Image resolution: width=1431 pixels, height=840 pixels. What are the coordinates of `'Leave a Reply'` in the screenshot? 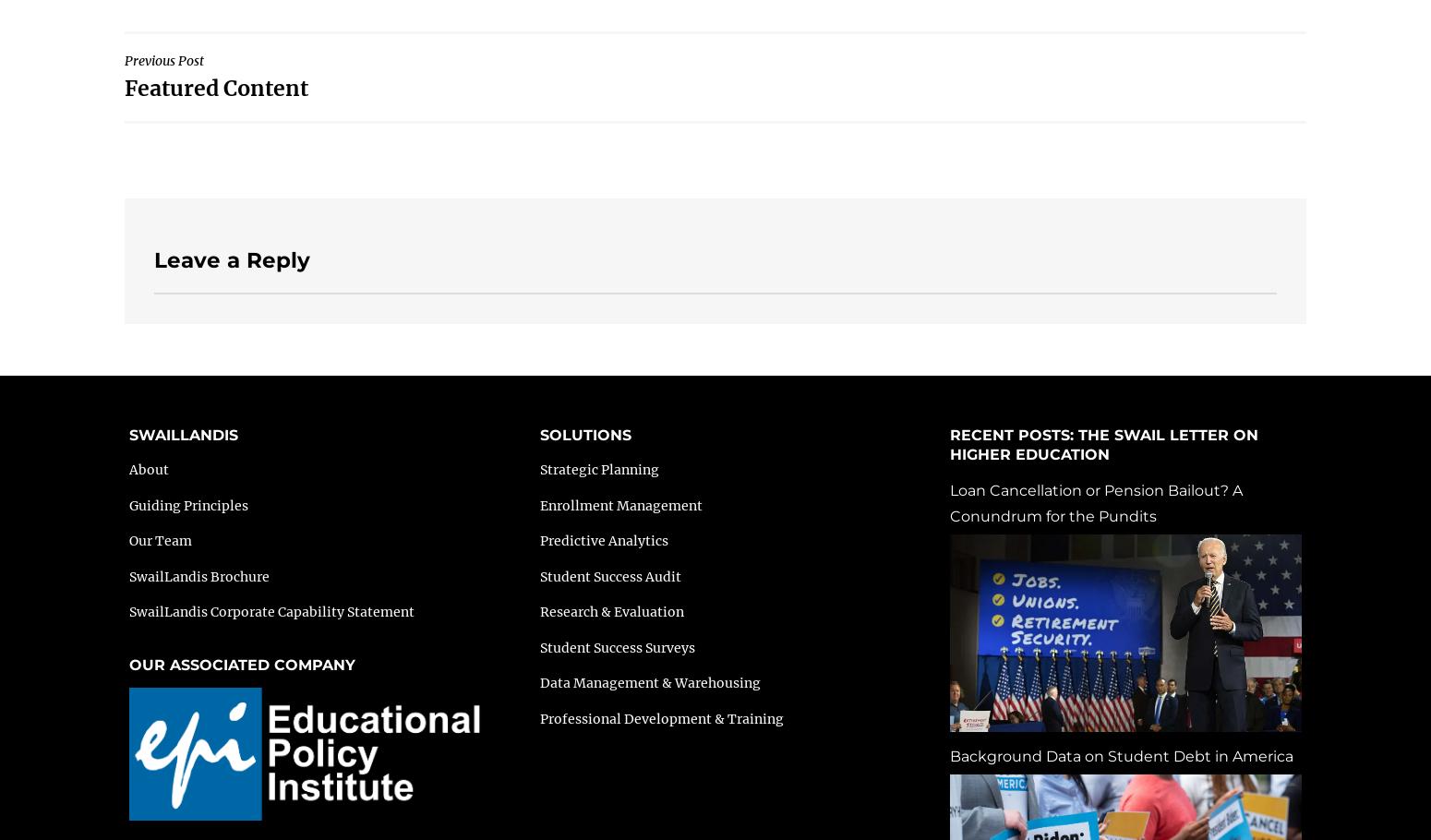 It's located at (232, 258).